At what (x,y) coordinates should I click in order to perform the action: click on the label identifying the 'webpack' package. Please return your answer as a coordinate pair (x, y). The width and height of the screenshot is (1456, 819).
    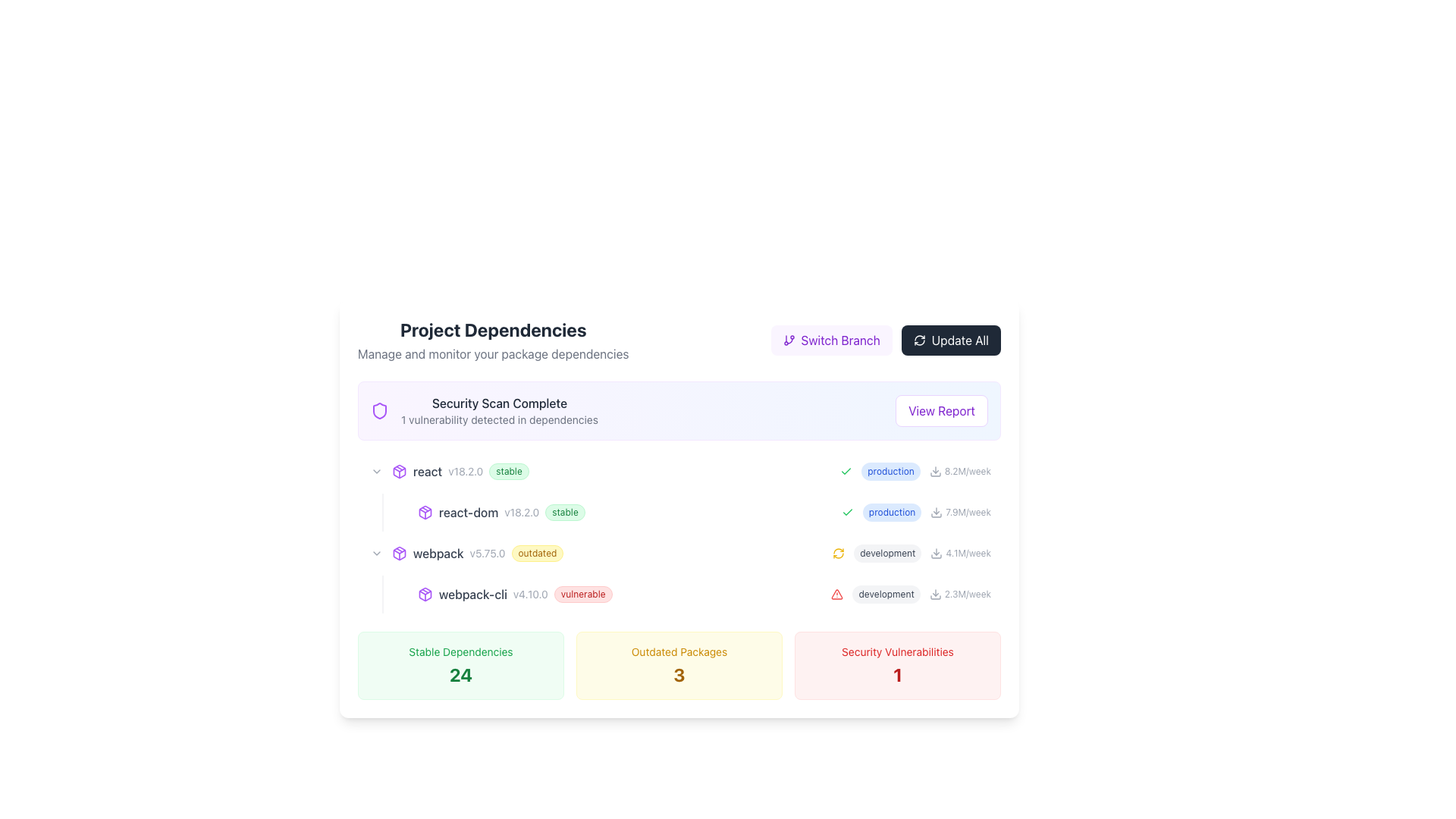
    Looking at the image, I should click on (438, 553).